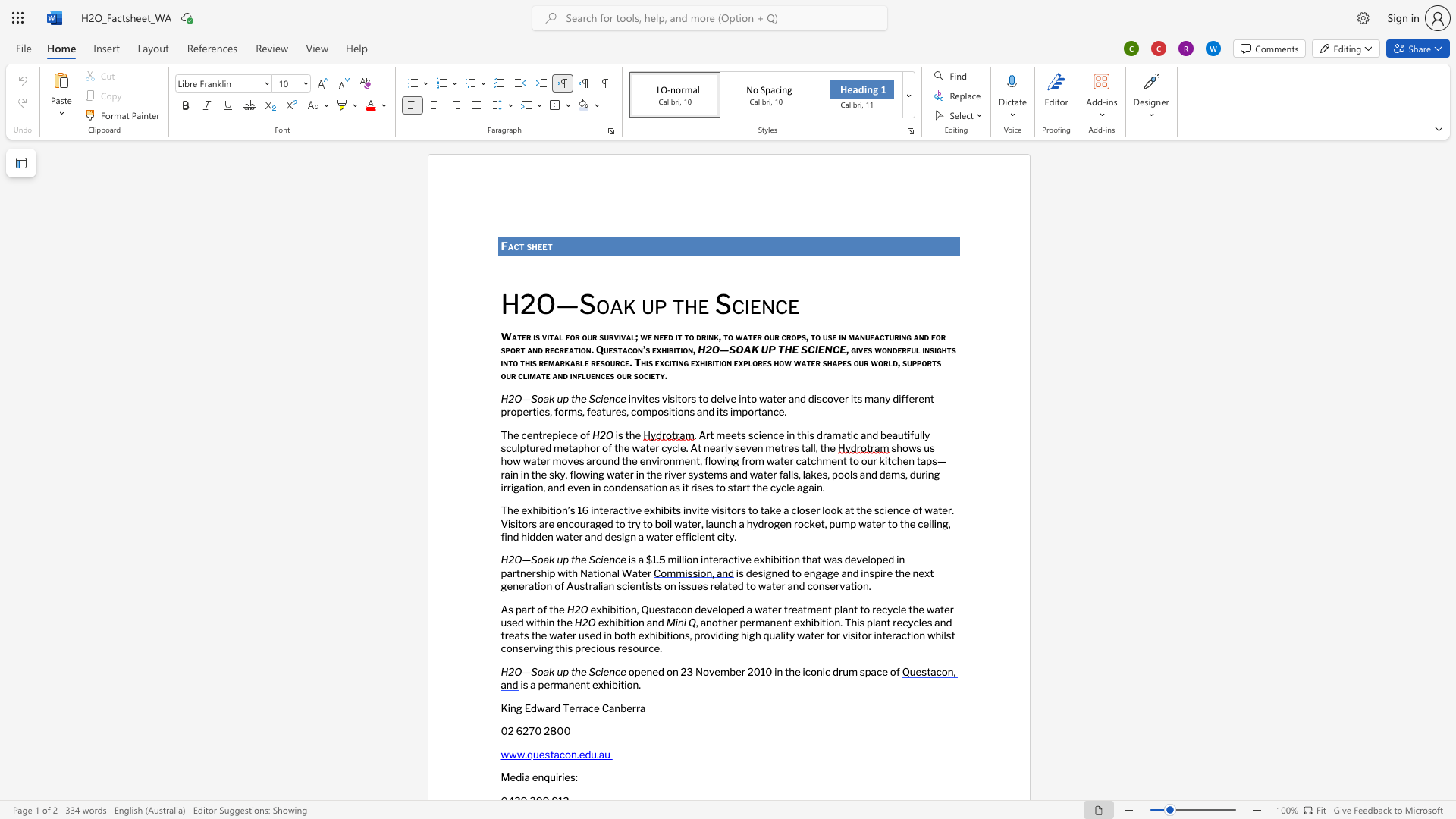  What do you see at coordinates (643, 670) in the screenshot?
I see `the 1th character "e" in the text` at bounding box center [643, 670].